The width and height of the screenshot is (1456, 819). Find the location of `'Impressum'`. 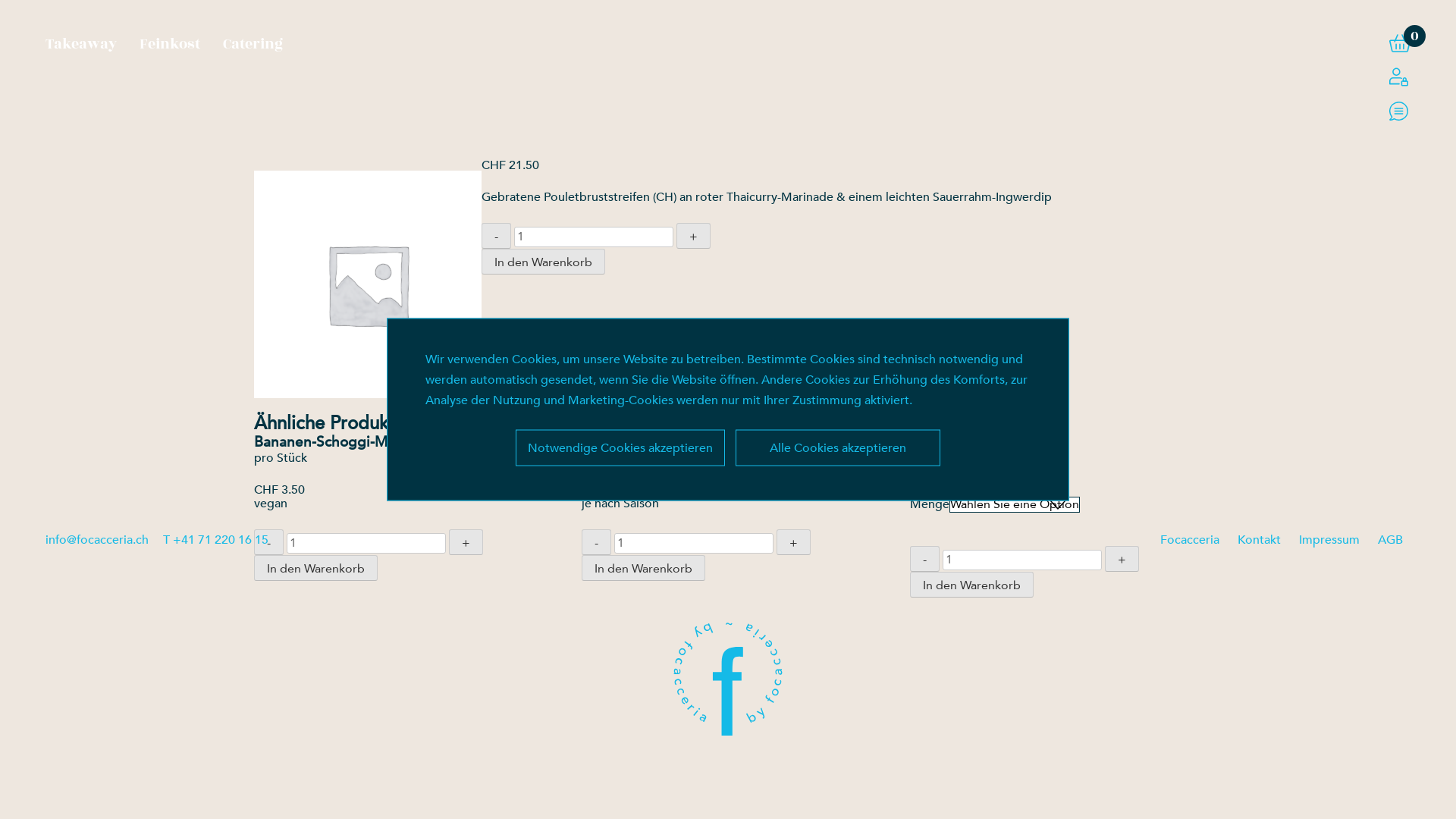

'Impressum' is located at coordinates (1328, 539).